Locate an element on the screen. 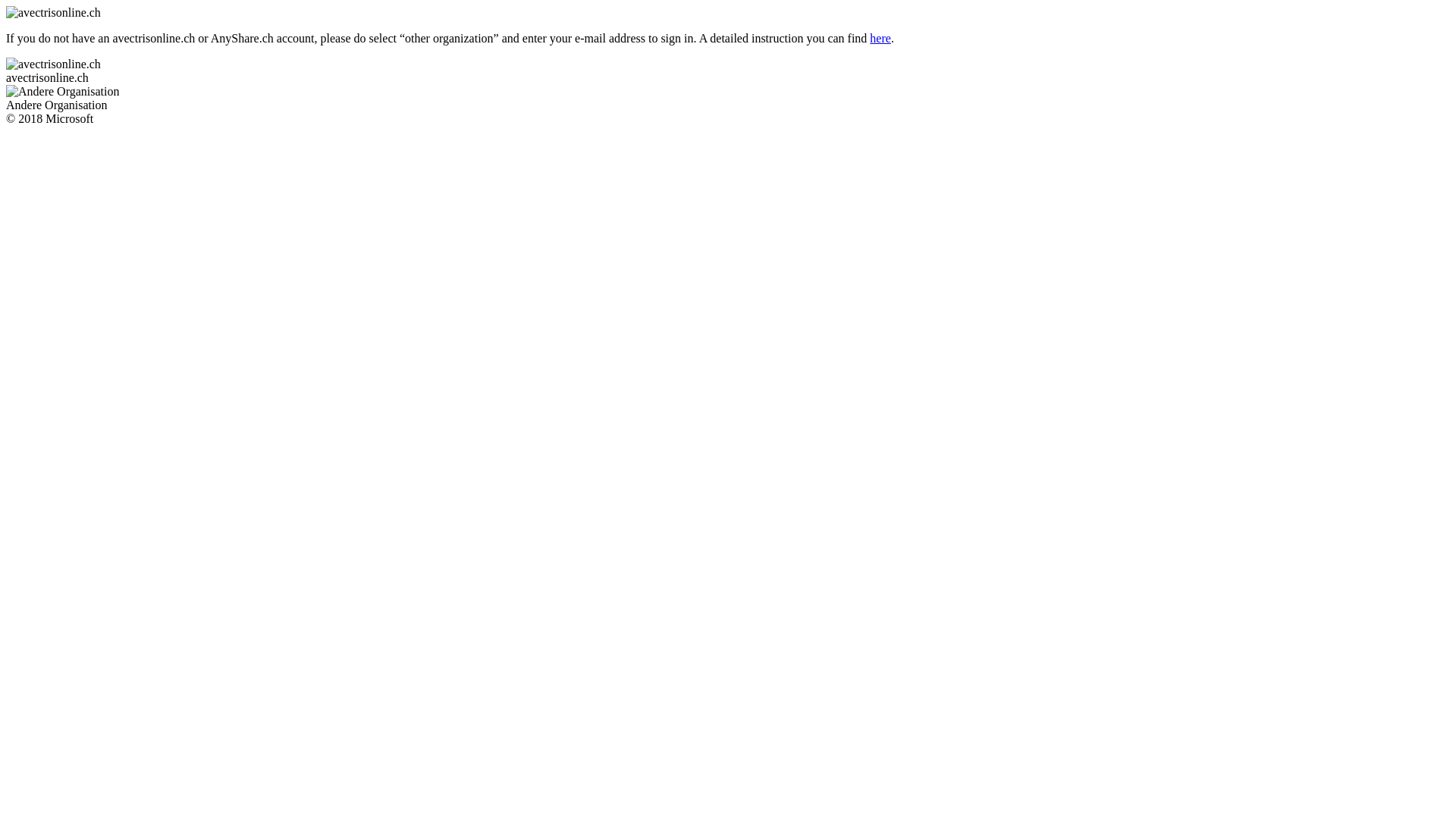 The height and width of the screenshot is (819, 1456). 'here' is located at coordinates (880, 37).